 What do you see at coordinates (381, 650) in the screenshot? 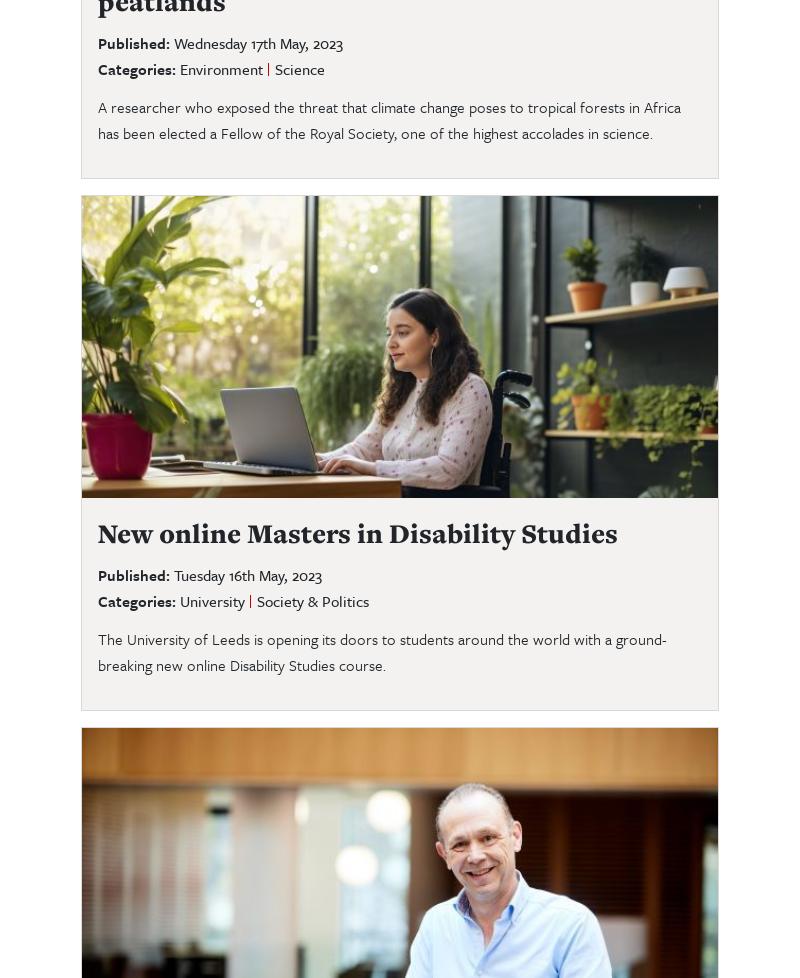
I see `'The University of Leeds is opening its doors to students around the world with a ground-breaking new online Disability Studies course.'` at bounding box center [381, 650].